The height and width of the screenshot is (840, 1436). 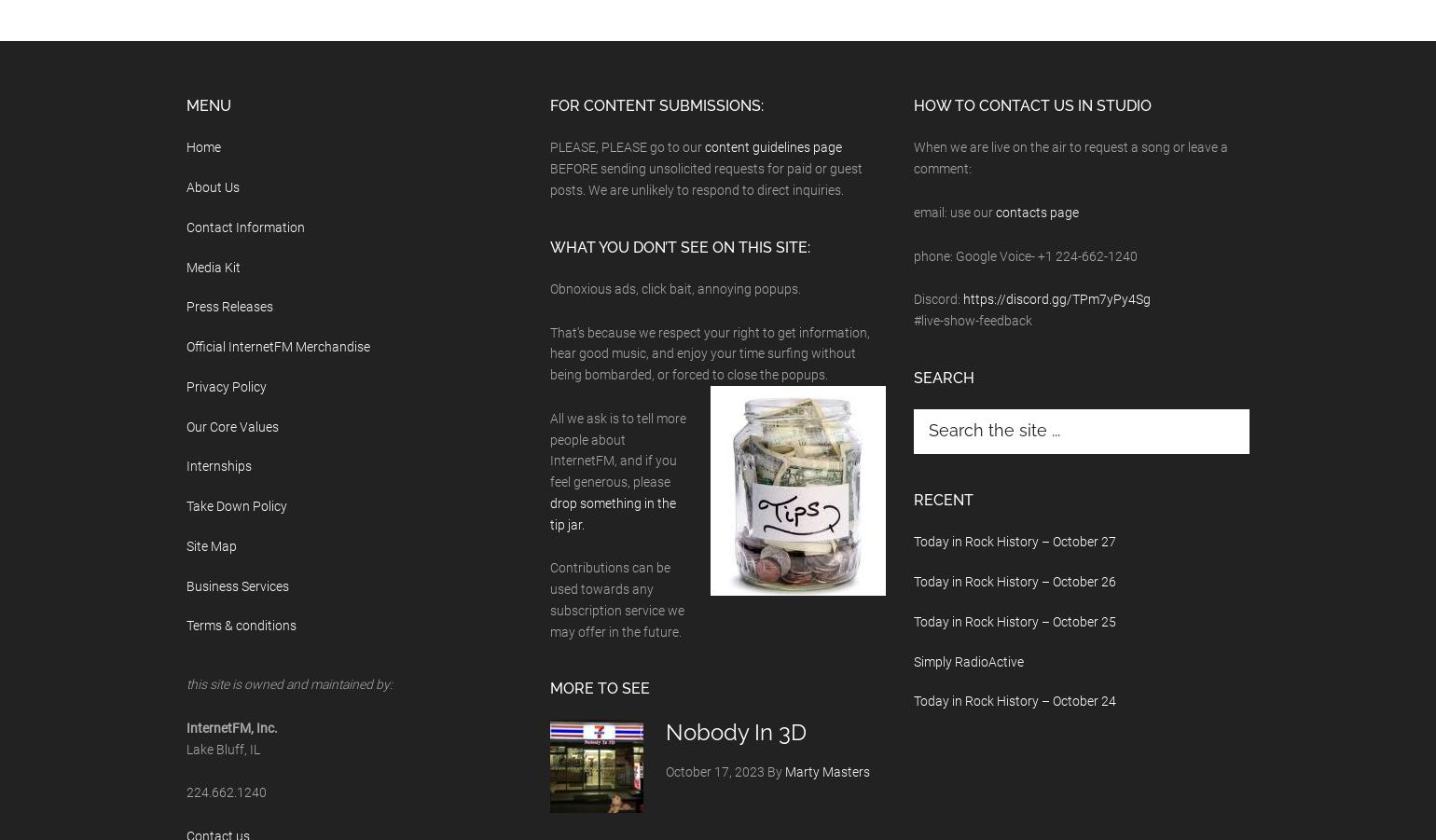 What do you see at coordinates (242, 625) in the screenshot?
I see `'Terms & conditions'` at bounding box center [242, 625].